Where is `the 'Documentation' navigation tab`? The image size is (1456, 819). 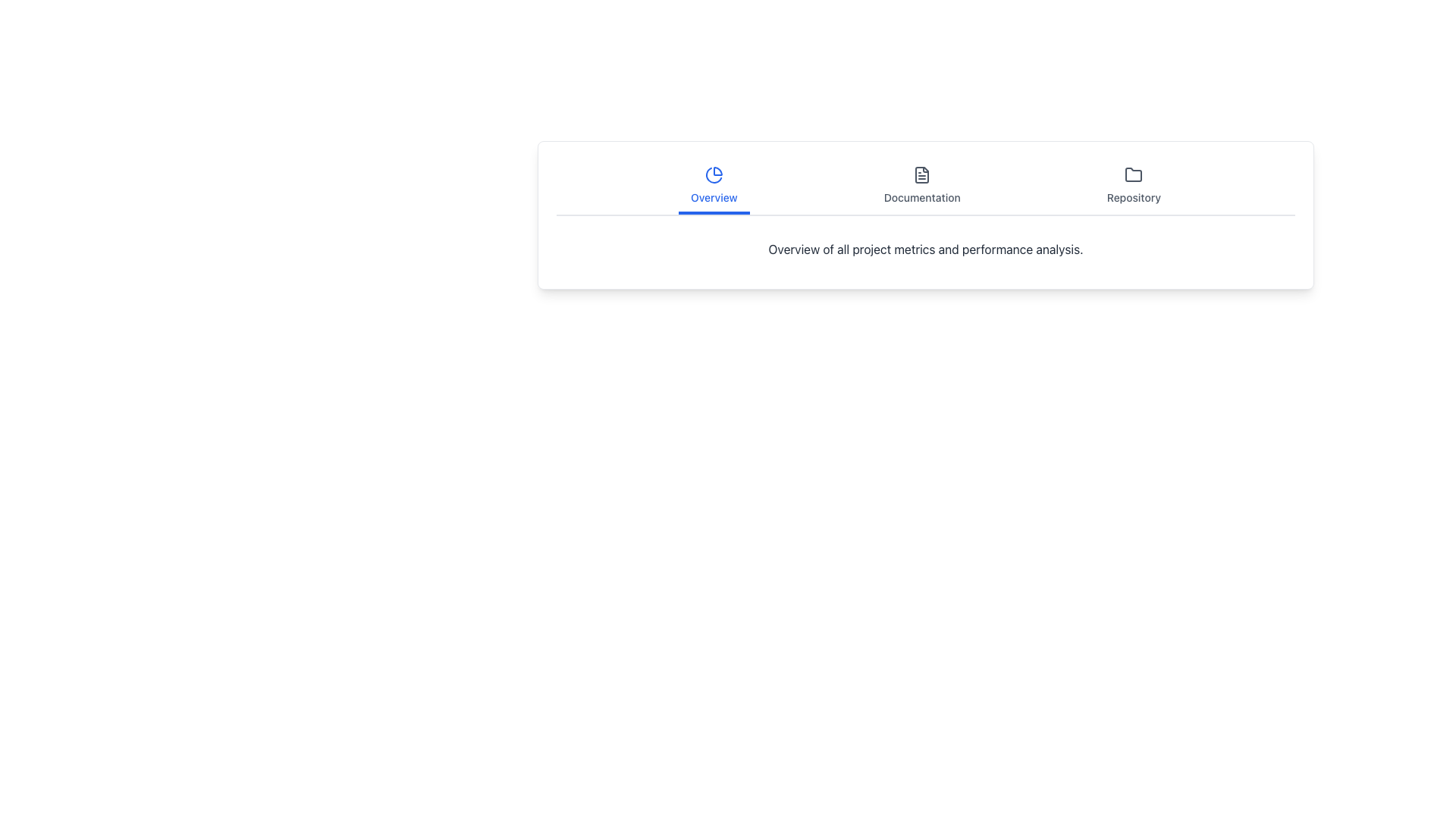
the 'Documentation' navigation tab is located at coordinates (921, 186).